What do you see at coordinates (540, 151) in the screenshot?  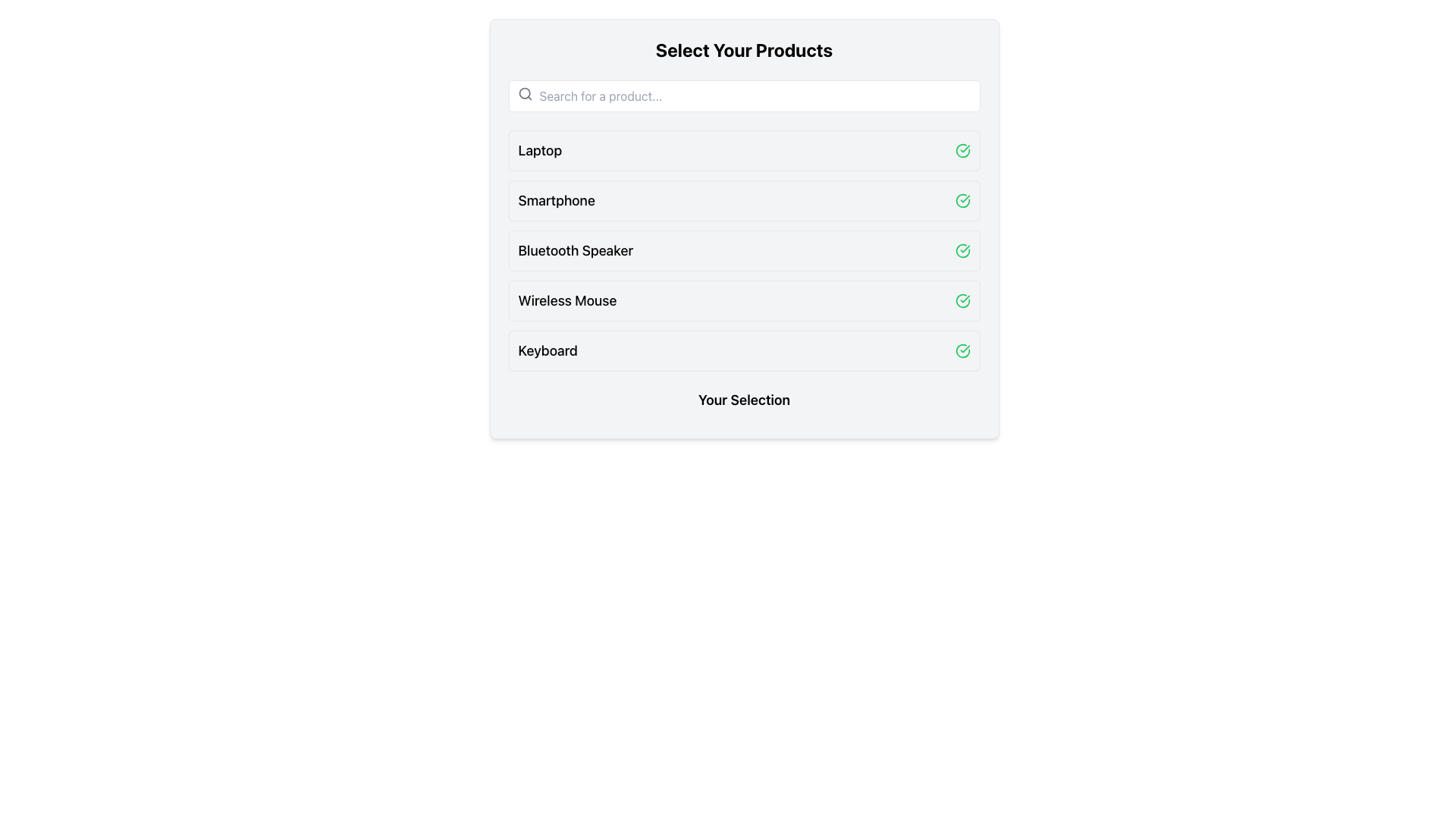 I see `the text label indicating the category 'Laptop' located in the topmost card of the vertical list` at bounding box center [540, 151].